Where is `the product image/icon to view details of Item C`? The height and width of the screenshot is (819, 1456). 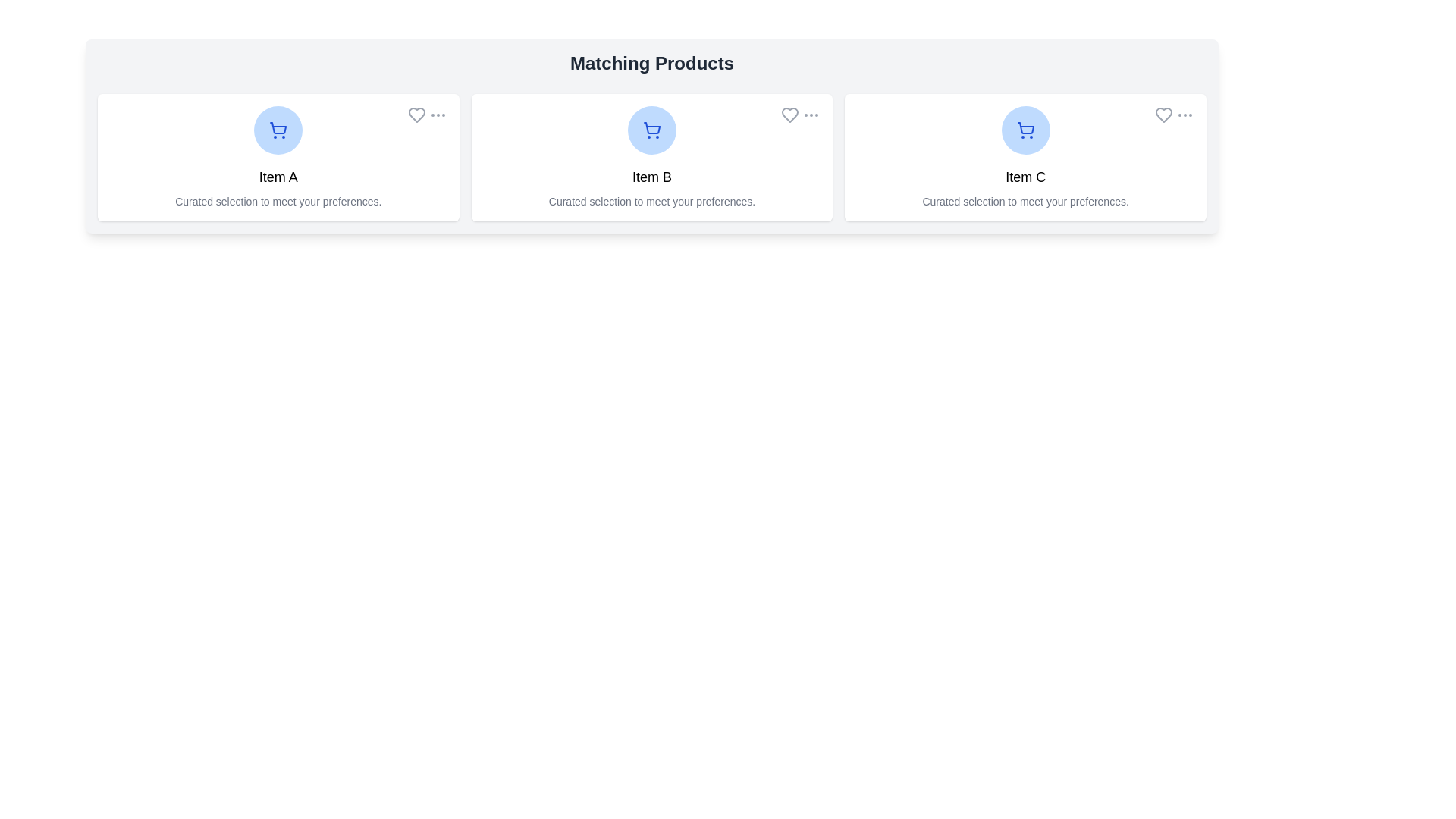
the product image/icon to view details of Item C is located at coordinates (1025, 130).